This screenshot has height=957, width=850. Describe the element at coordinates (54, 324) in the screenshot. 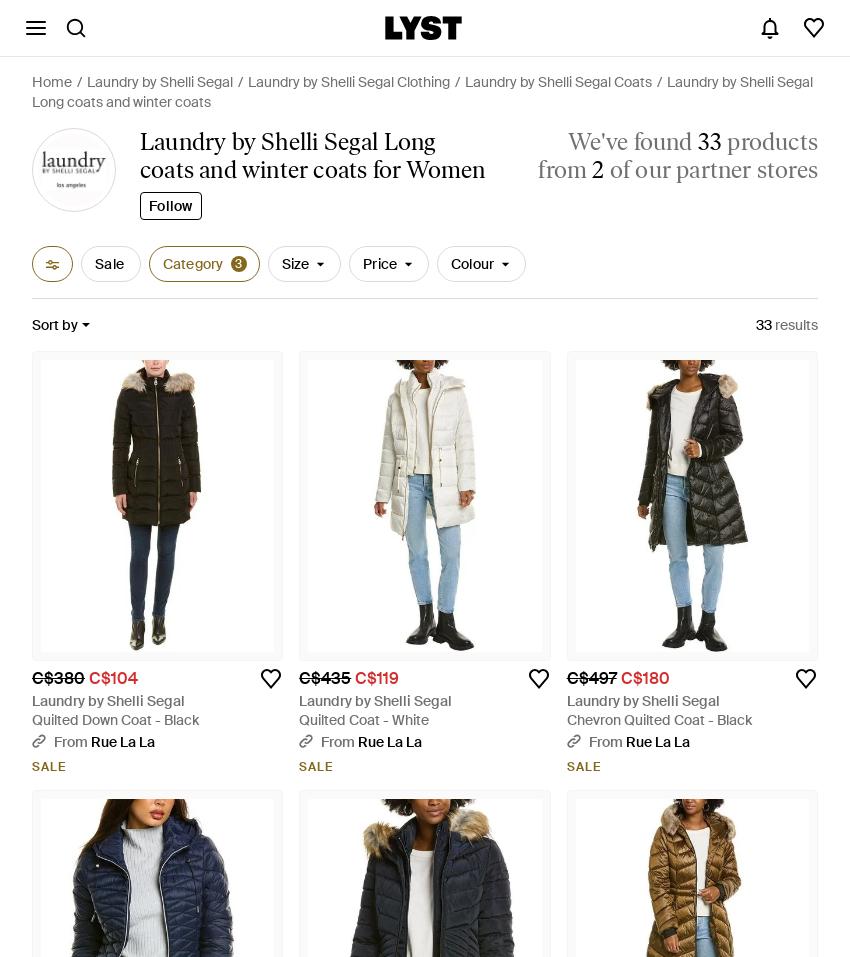

I see `'Sort by'` at that location.